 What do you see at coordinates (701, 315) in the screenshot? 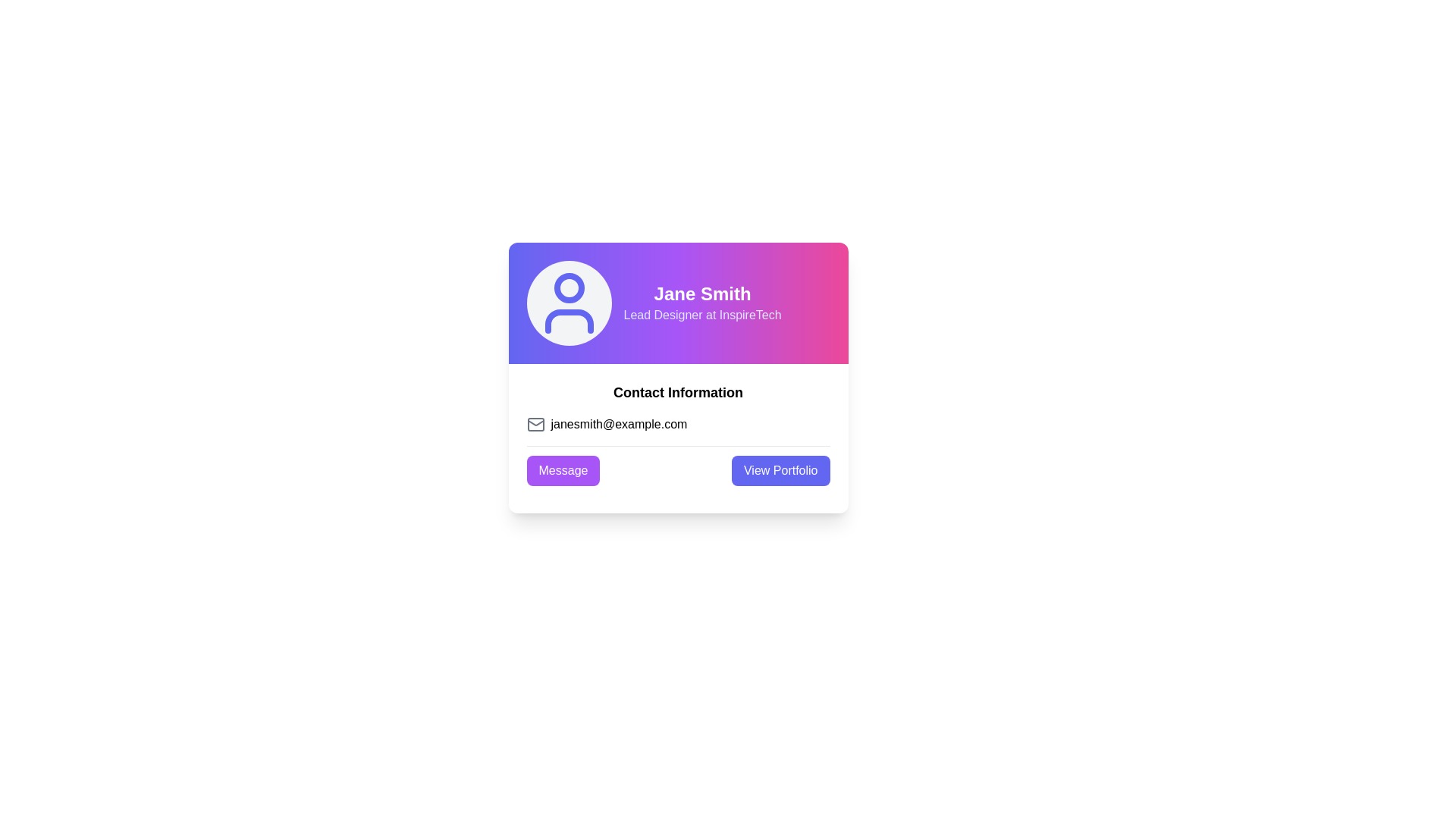
I see `the Text Label displaying 'Lead Designer at InspireTech' which is located directly below 'Jane Smith' in the gradient-colored header section` at bounding box center [701, 315].